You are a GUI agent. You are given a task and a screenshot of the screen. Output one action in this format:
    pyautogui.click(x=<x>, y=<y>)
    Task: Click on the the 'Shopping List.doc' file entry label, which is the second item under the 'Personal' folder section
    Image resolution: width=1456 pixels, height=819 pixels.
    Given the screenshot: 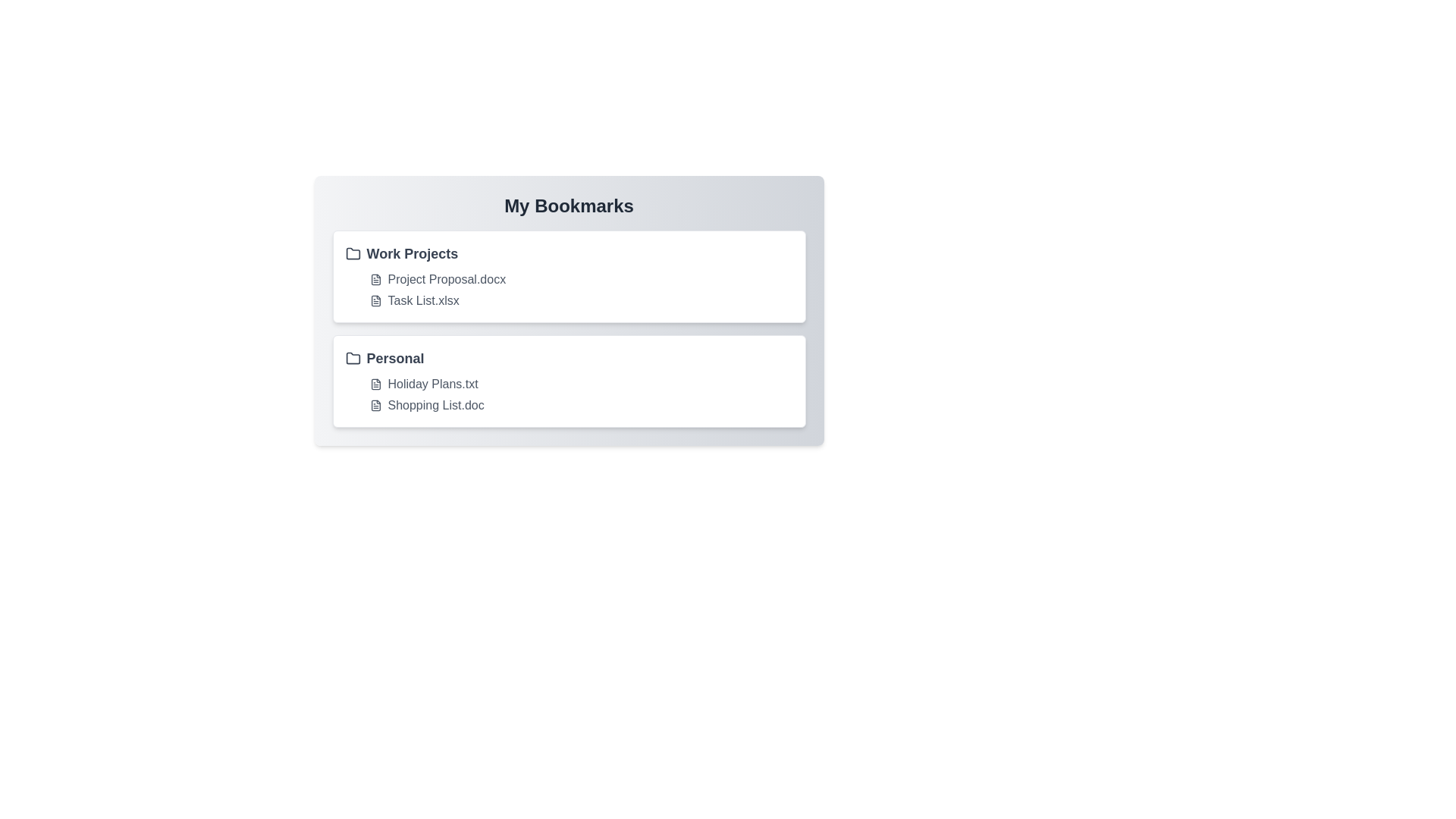 What is the action you would take?
    pyautogui.click(x=435, y=405)
    